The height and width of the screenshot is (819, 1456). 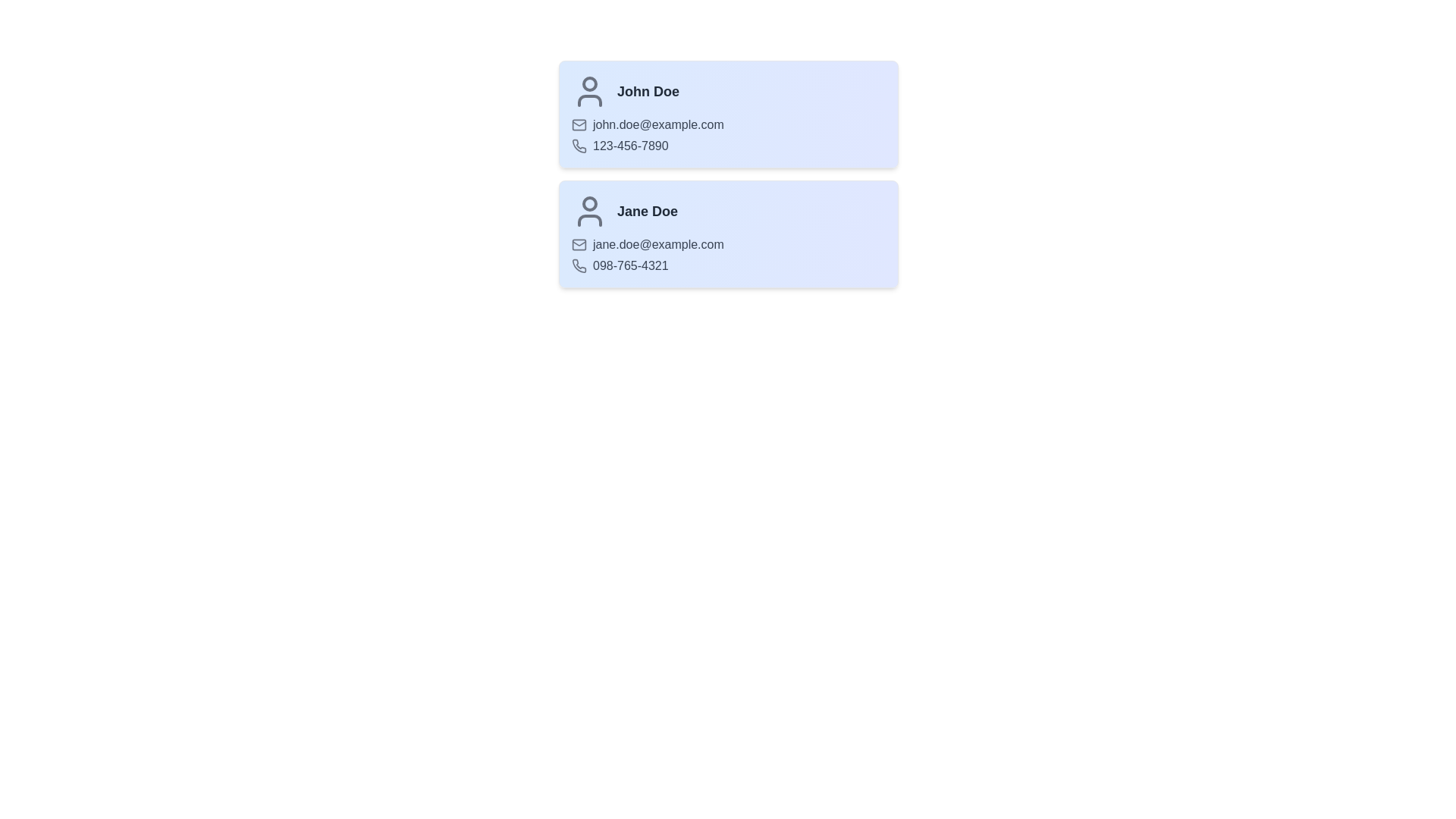 I want to click on the phone icon for John Doe, so click(x=578, y=146).